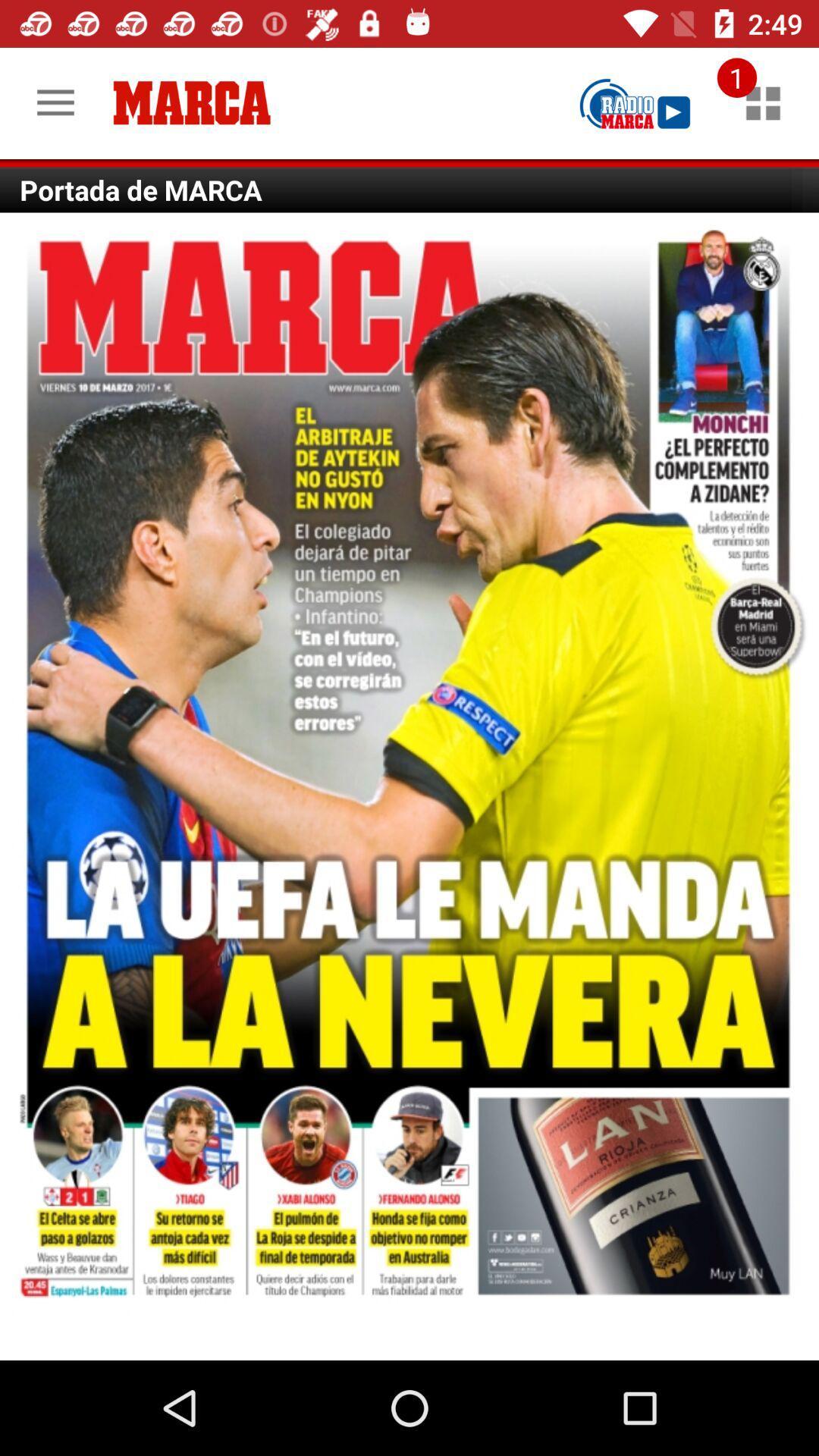  I want to click on play, so click(635, 102).